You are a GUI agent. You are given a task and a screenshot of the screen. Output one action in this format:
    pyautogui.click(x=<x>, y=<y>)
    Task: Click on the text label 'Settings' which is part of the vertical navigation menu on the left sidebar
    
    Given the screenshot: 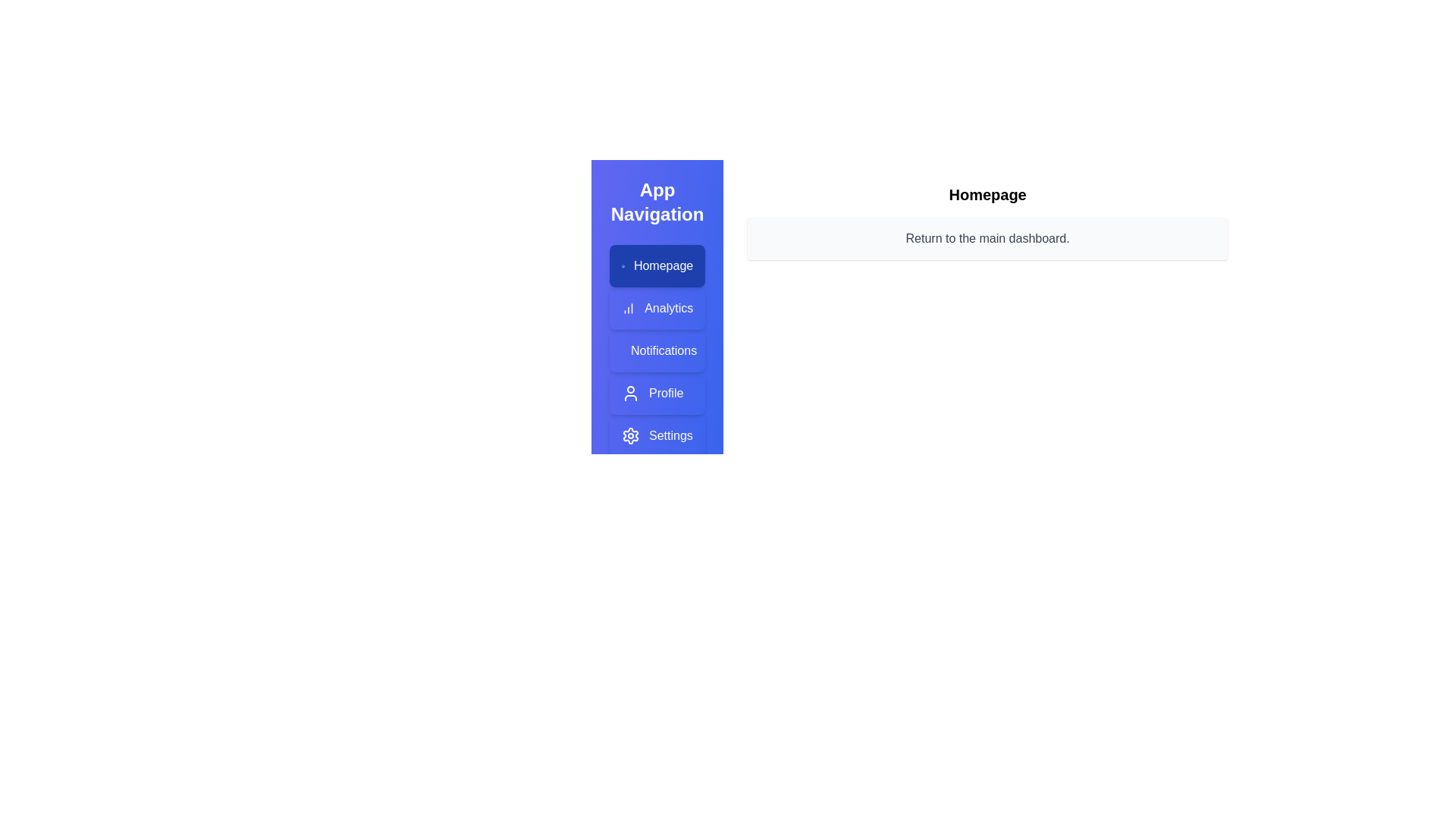 What is the action you would take?
    pyautogui.click(x=670, y=435)
    